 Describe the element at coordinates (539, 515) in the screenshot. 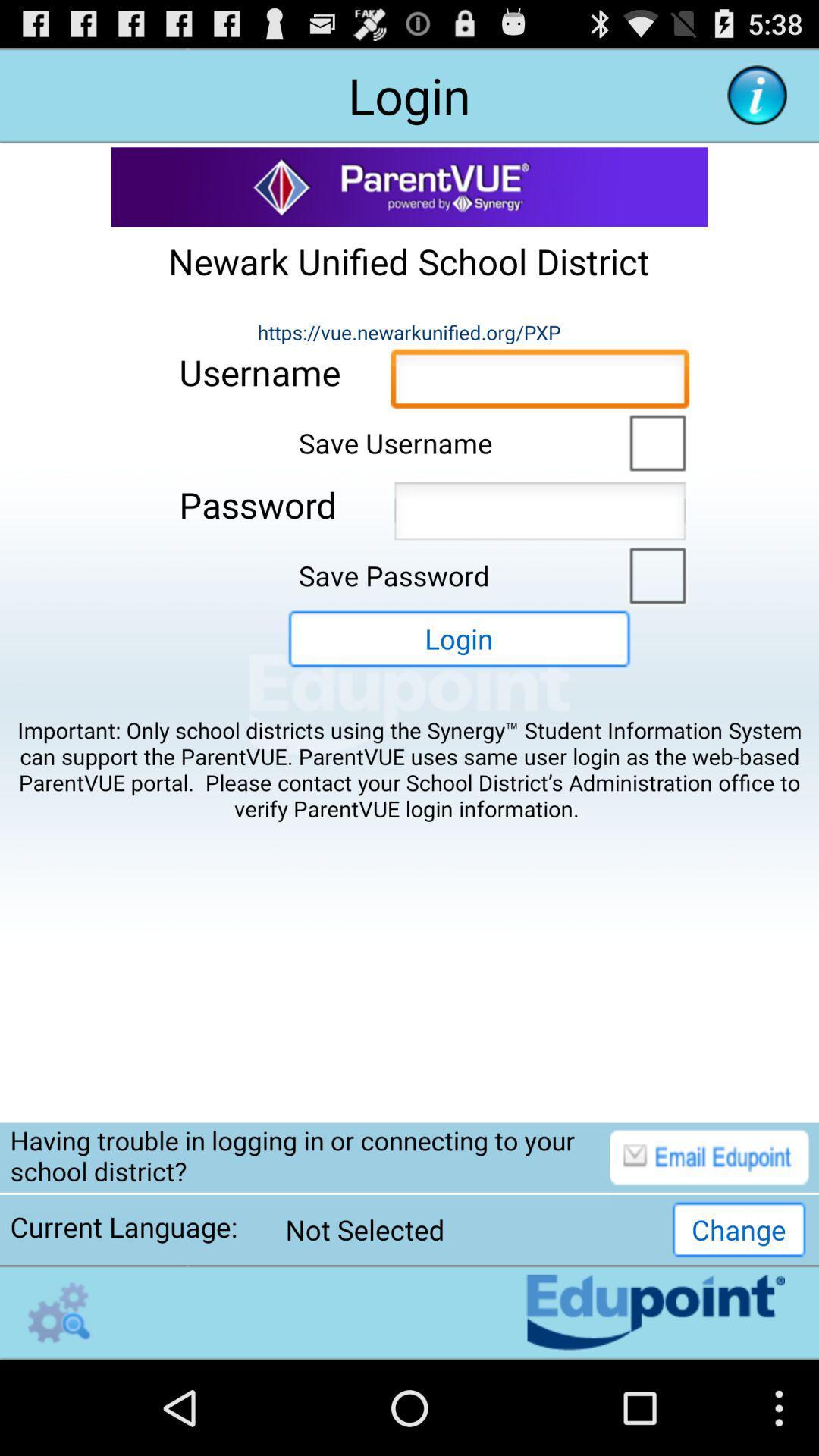

I see `allow text input` at that location.